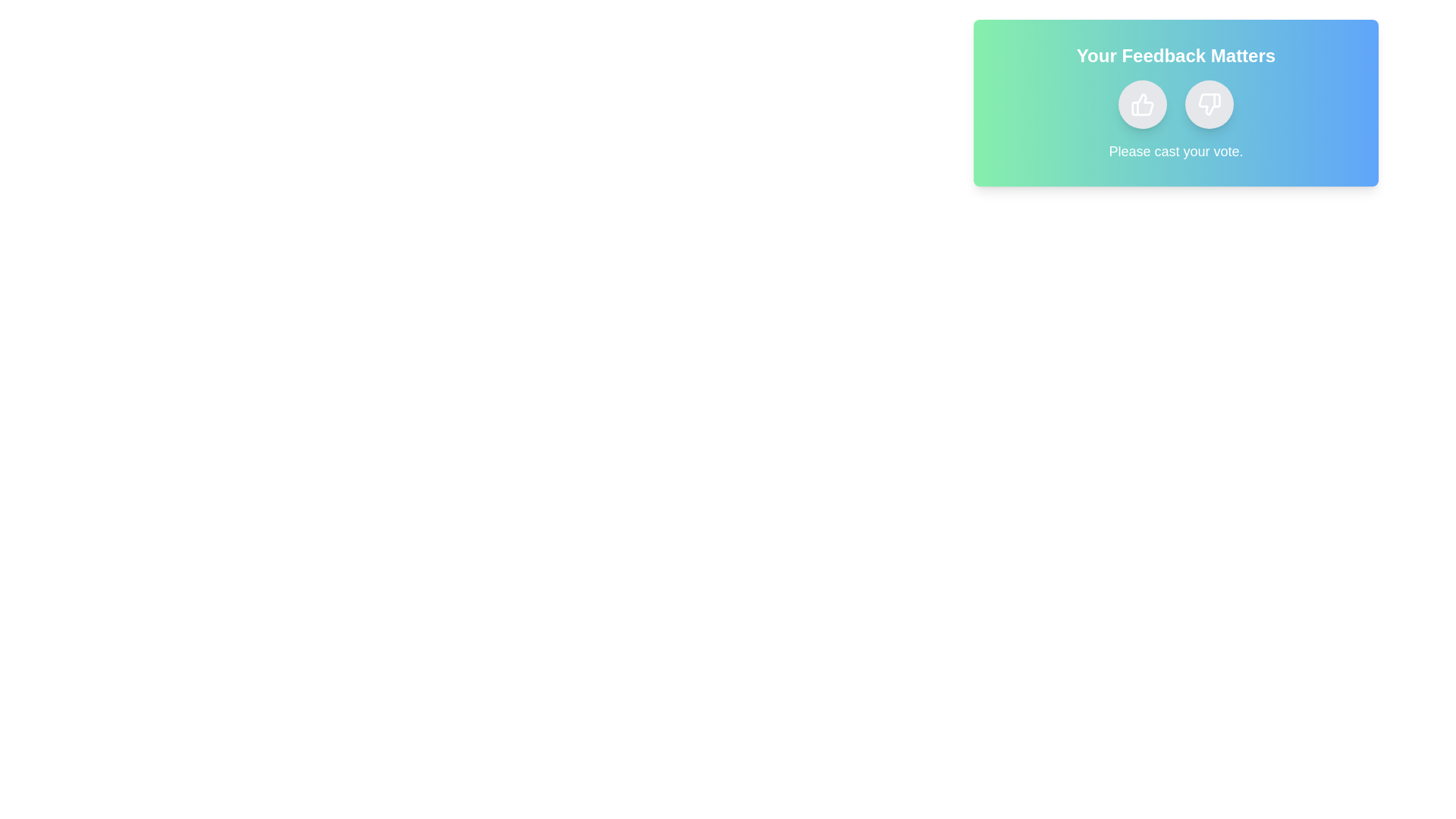 Image resolution: width=1456 pixels, height=819 pixels. I want to click on the dislike button to observe the hover effect, so click(1208, 104).